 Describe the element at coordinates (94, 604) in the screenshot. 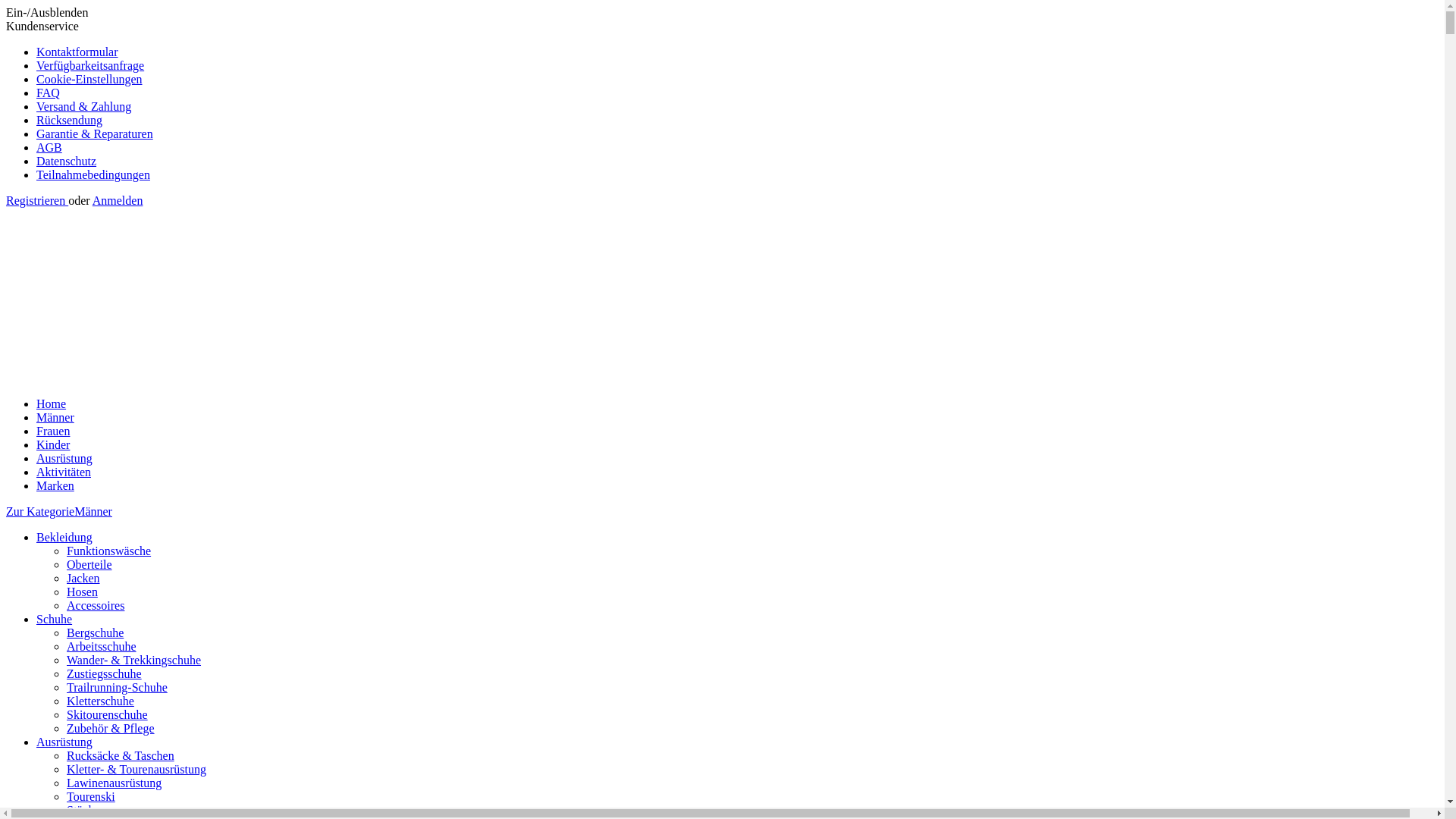

I see `'Accessoires'` at that location.